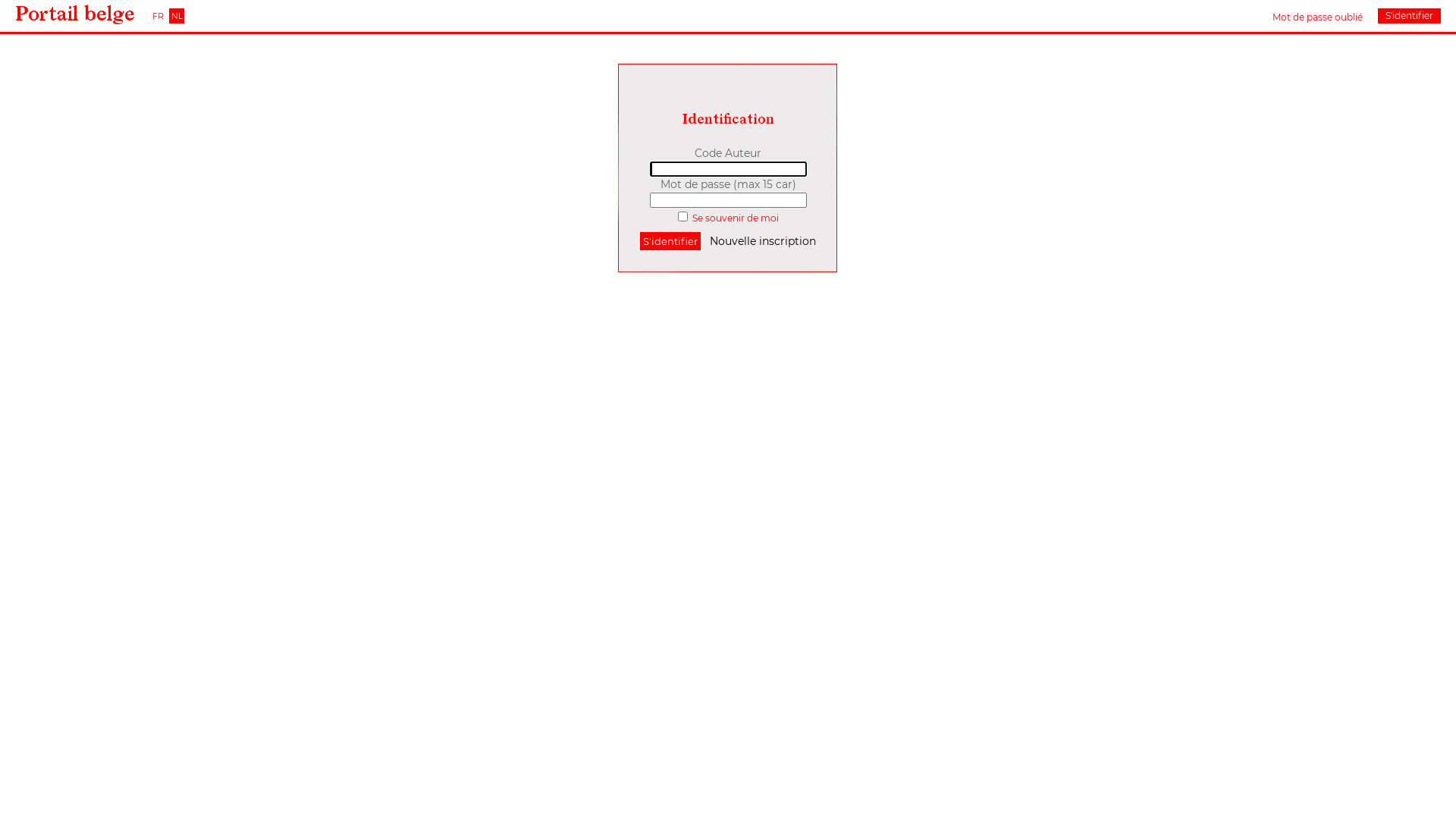  Describe the element at coordinates (14, 14) in the screenshot. I see `'Portail belge'` at that location.